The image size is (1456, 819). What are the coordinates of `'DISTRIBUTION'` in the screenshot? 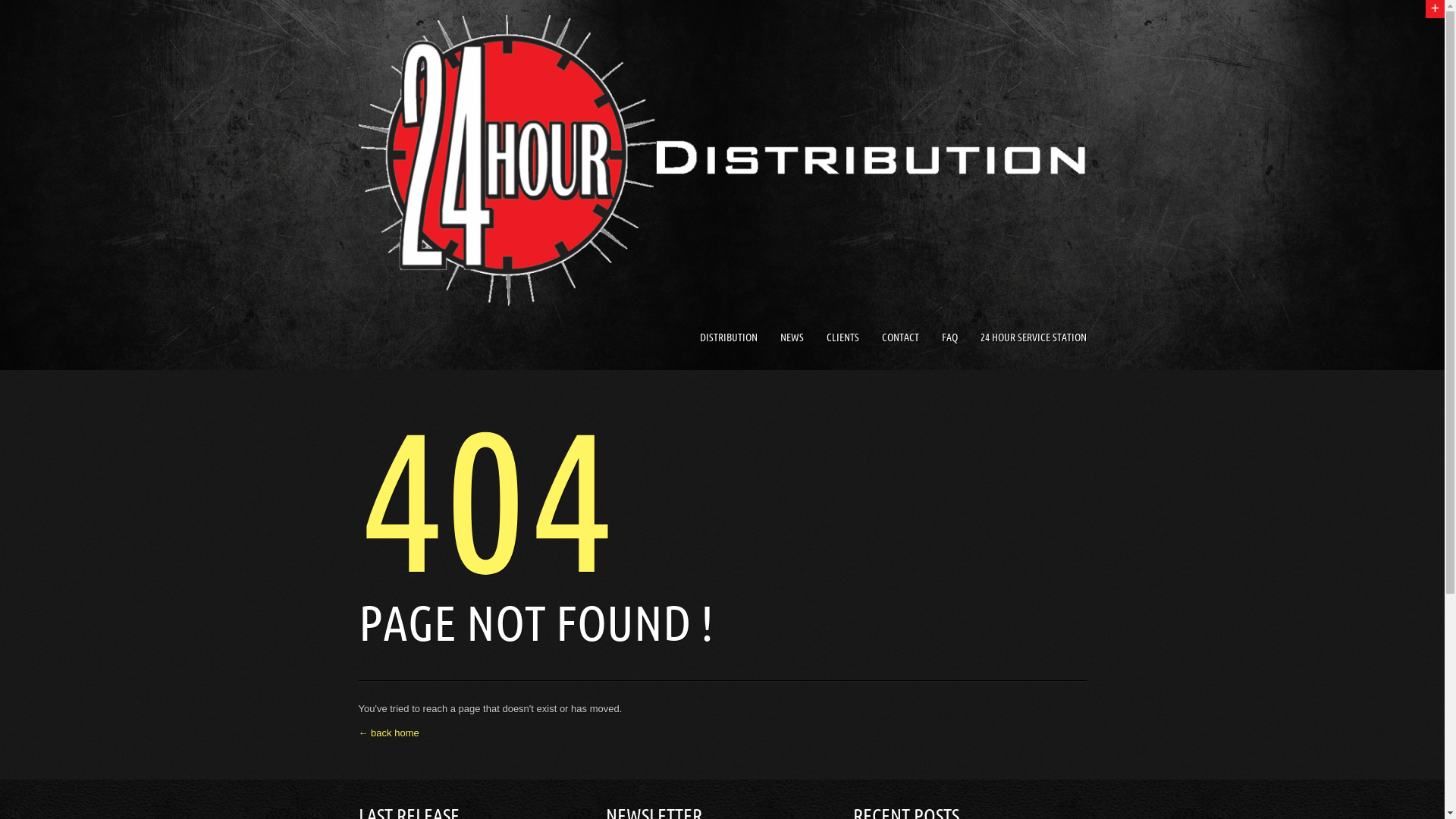 It's located at (728, 337).